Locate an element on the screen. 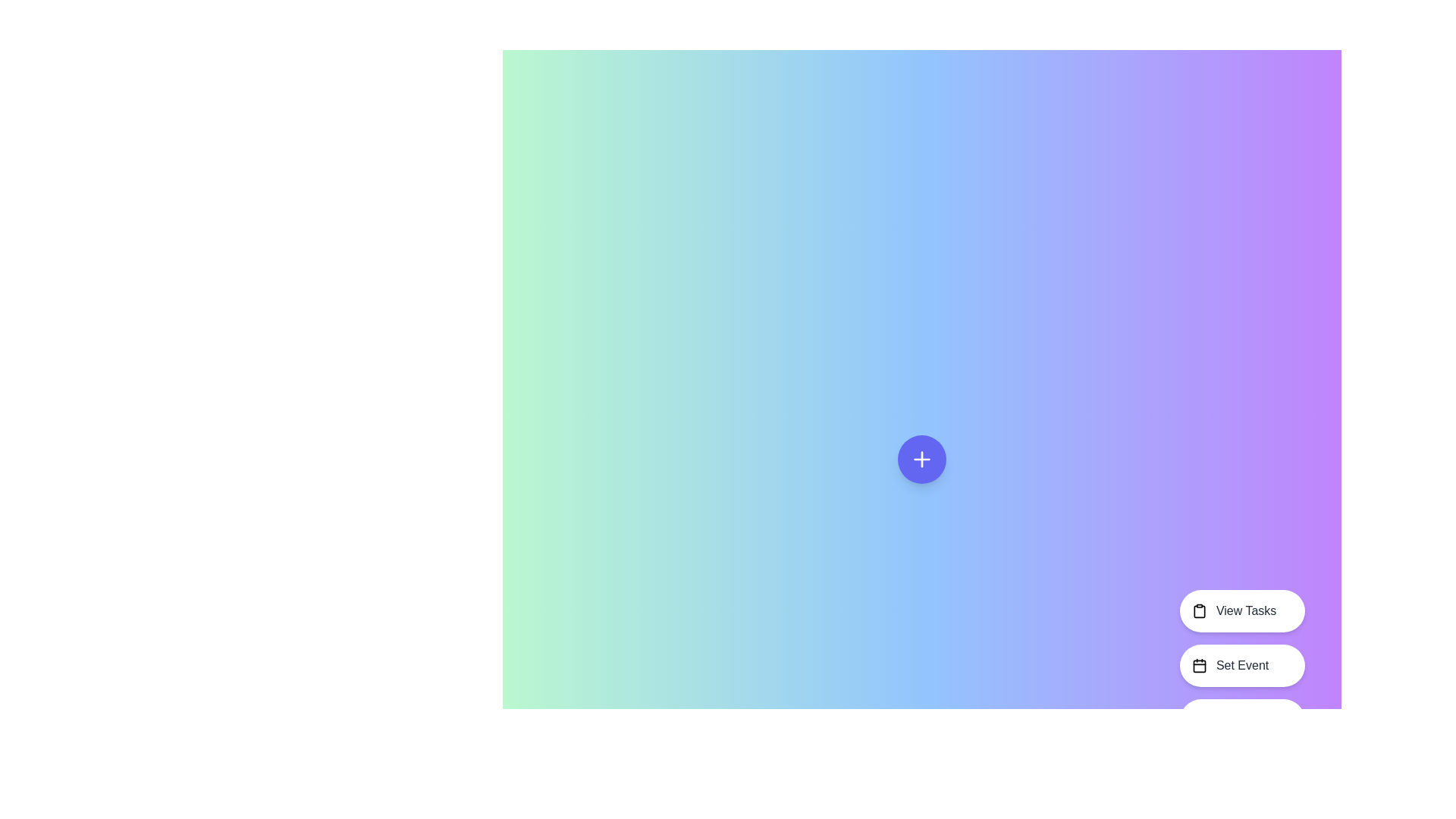 This screenshot has width=1456, height=819. the calendar icon, which is a minimalist outline graphic is located at coordinates (1198, 665).